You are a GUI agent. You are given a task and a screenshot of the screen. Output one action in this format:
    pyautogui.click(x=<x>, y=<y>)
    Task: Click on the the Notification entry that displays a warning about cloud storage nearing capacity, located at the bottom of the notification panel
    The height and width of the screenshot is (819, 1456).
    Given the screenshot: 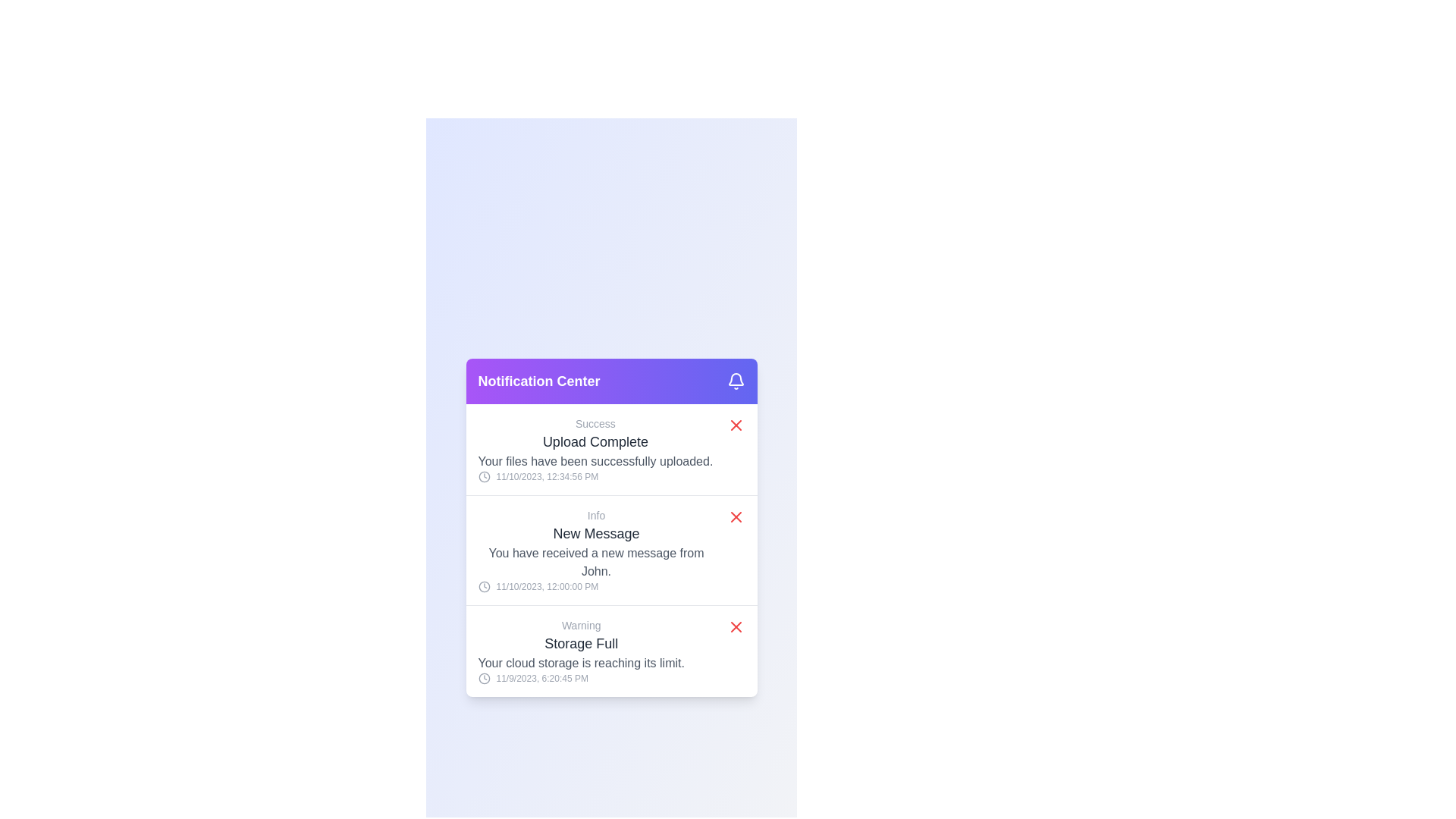 What is the action you would take?
    pyautogui.click(x=611, y=650)
    